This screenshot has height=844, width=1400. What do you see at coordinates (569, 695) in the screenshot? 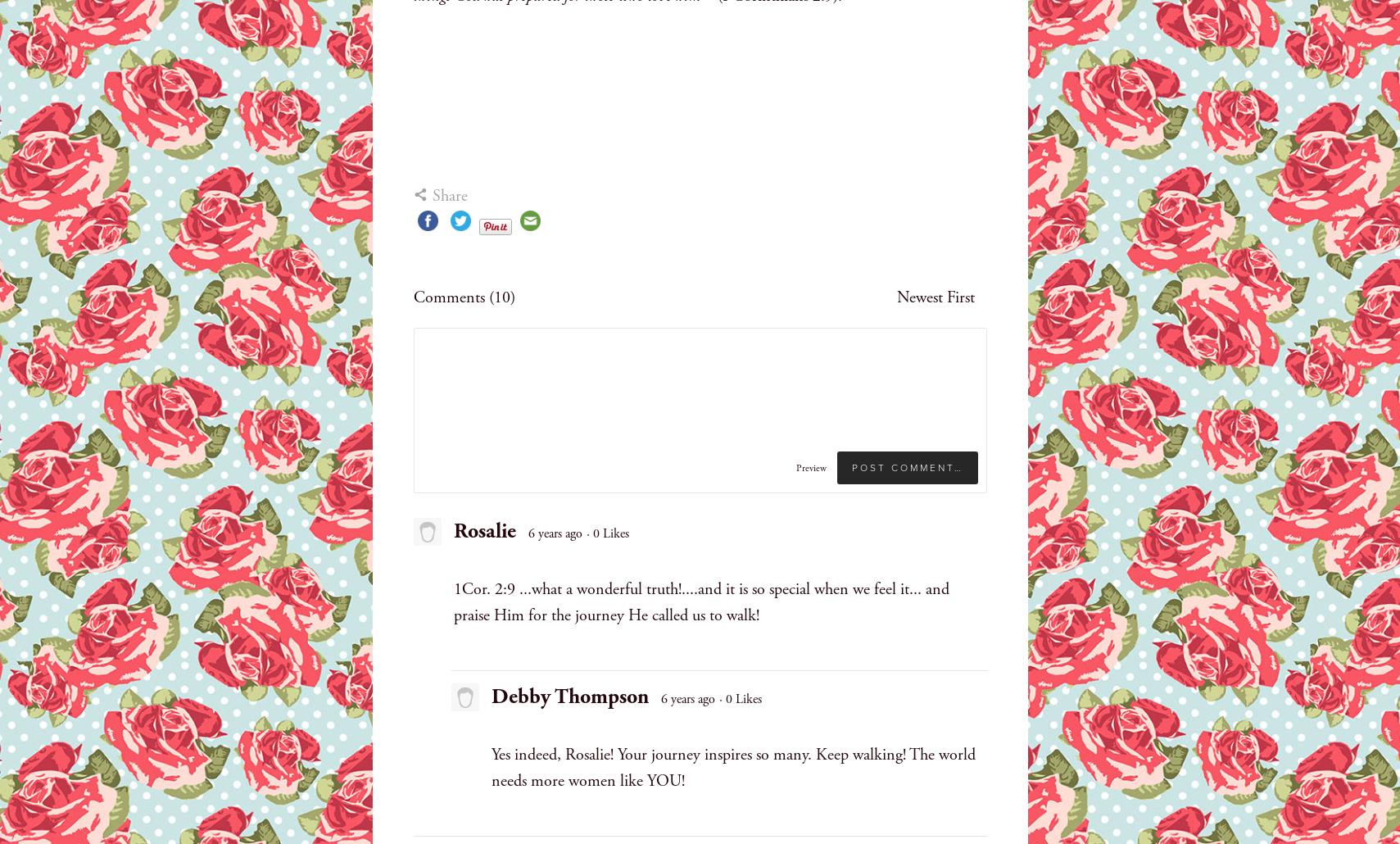
I see `'Debby Thompson'` at bounding box center [569, 695].